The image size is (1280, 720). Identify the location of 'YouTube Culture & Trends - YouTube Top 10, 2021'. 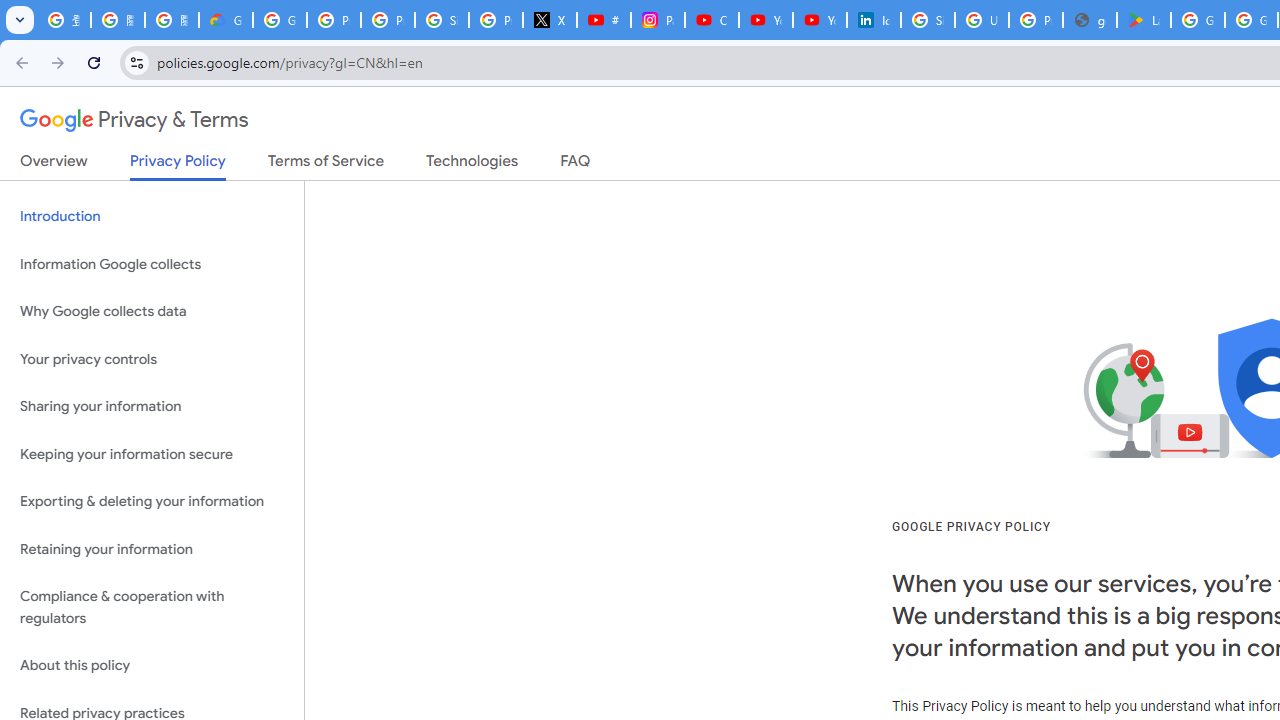
(819, 20).